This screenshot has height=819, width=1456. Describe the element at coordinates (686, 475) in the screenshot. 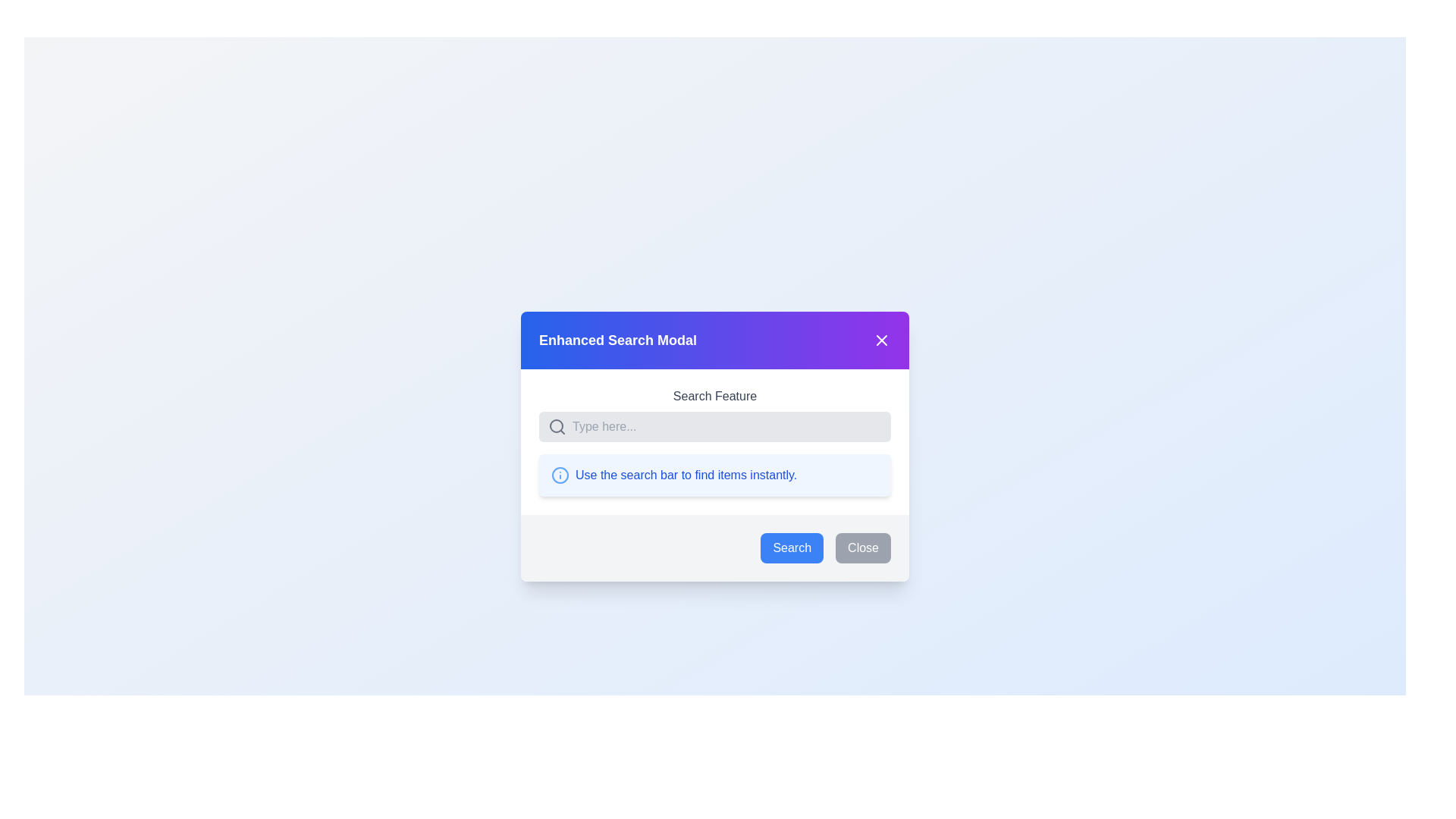

I see `the guidance note text element styled in blue that reads 'Use the search bar to find items instantly.' located towards the lower half of the modal window` at that location.